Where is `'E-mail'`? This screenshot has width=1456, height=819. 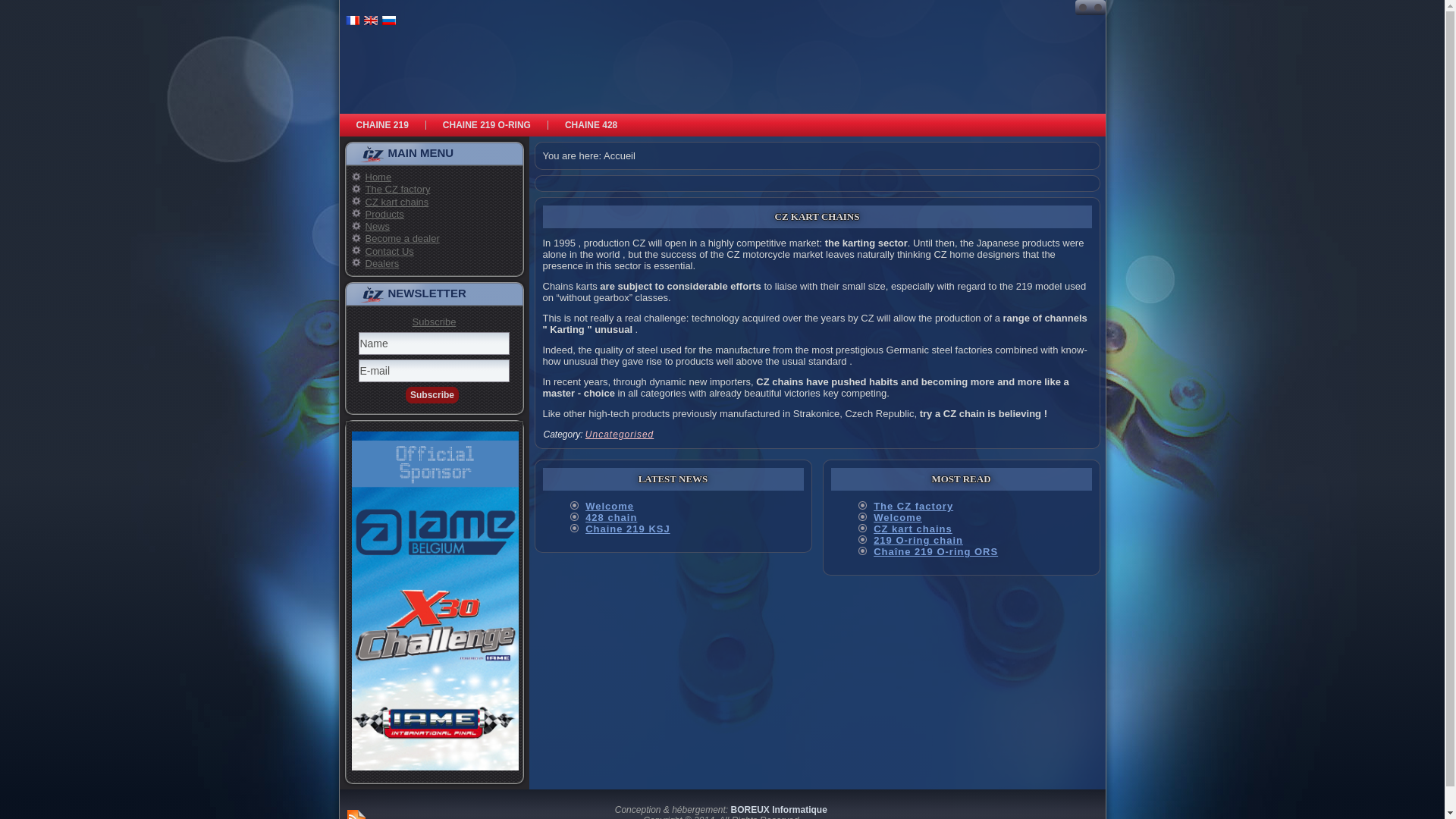 'E-mail' is located at coordinates (432, 371).